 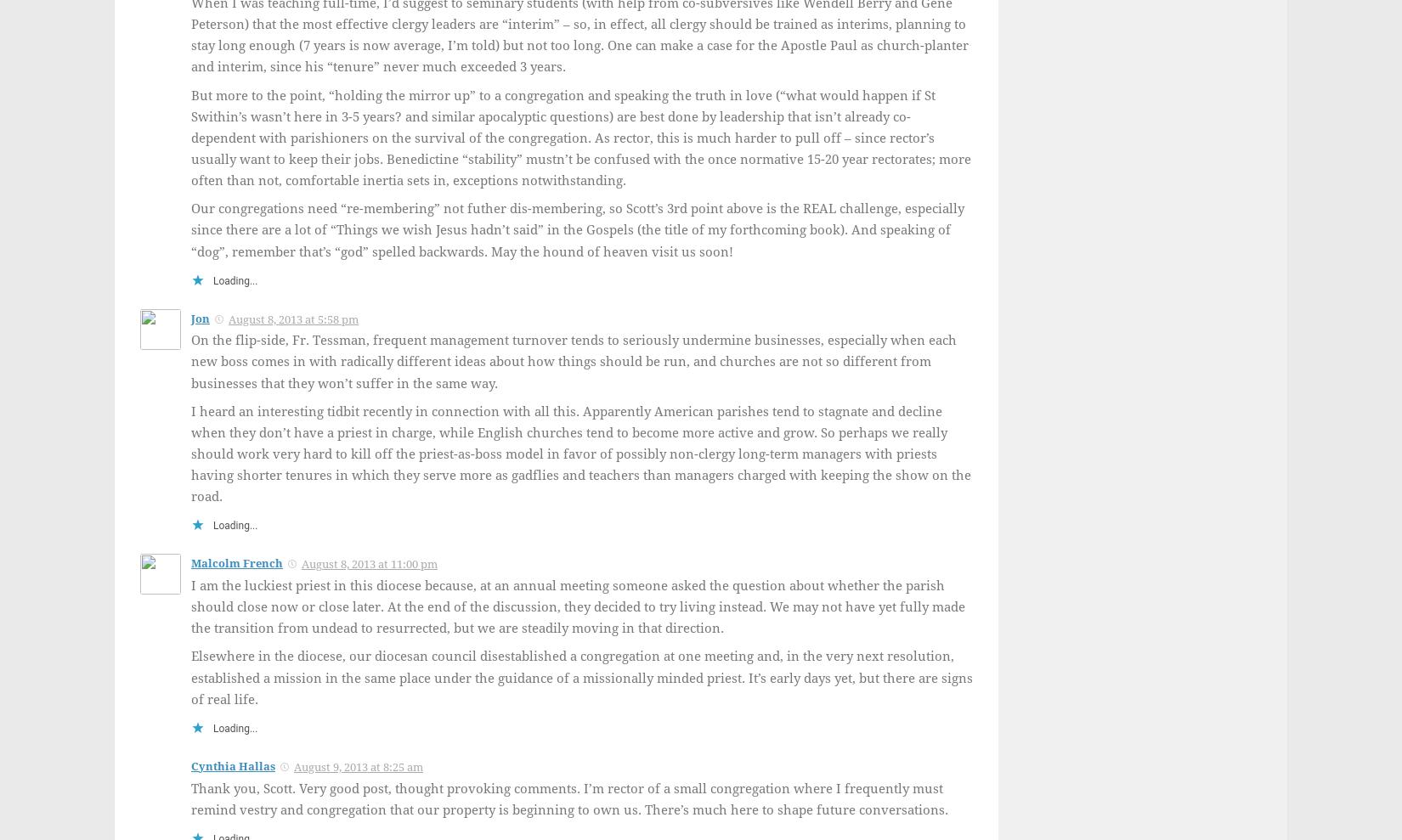 What do you see at coordinates (191, 454) in the screenshot?
I see `'I heard an interesting tidbit recently in connection with all this.  Apparently American parishes tend to stagnate and decline when they don’t have a priest in charge, while English churches tend to become more active and grow.  So perhaps we really should work very hard to kill off the priest-as-boss model in favor of possibly non-clergy long-term managers with priests having shorter tenures in which they serve more as gadflies and teachers than managers charged with keeping the show on the road.'` at bounding box center [191, 454].